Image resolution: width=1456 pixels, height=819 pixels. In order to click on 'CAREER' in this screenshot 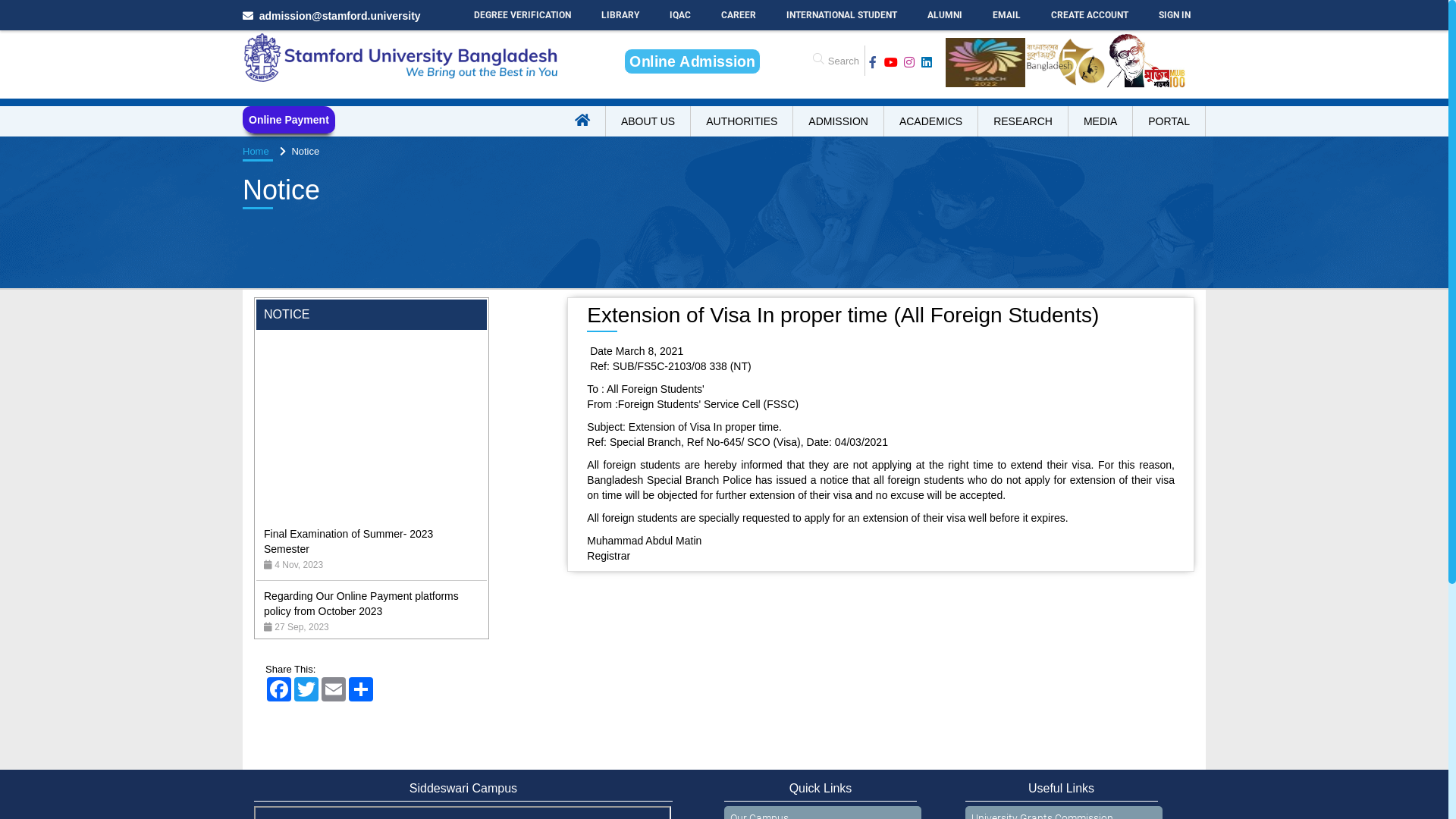, I will do `click(739, 14)`.